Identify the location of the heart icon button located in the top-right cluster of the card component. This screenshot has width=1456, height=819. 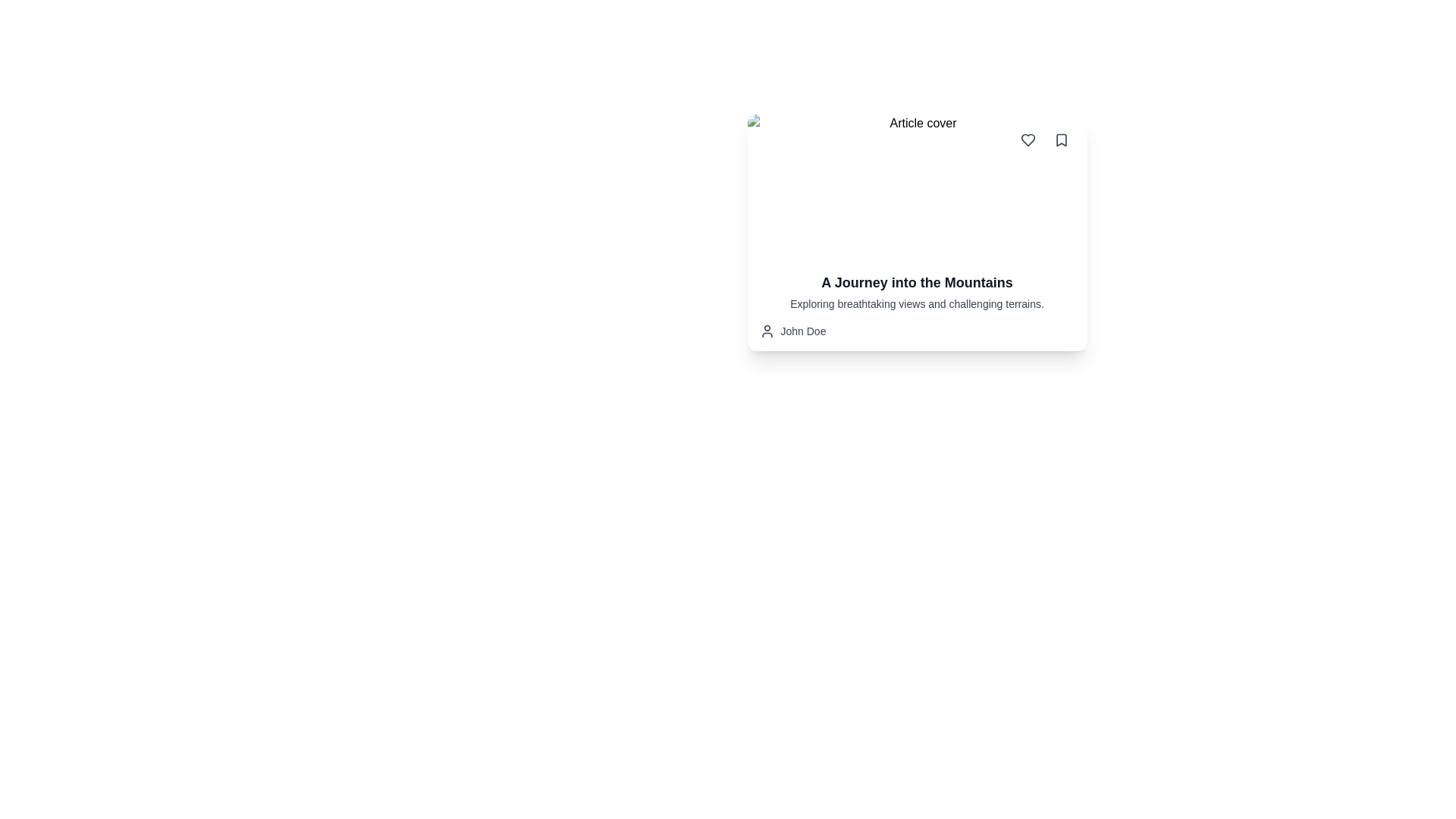
(1028, 140).